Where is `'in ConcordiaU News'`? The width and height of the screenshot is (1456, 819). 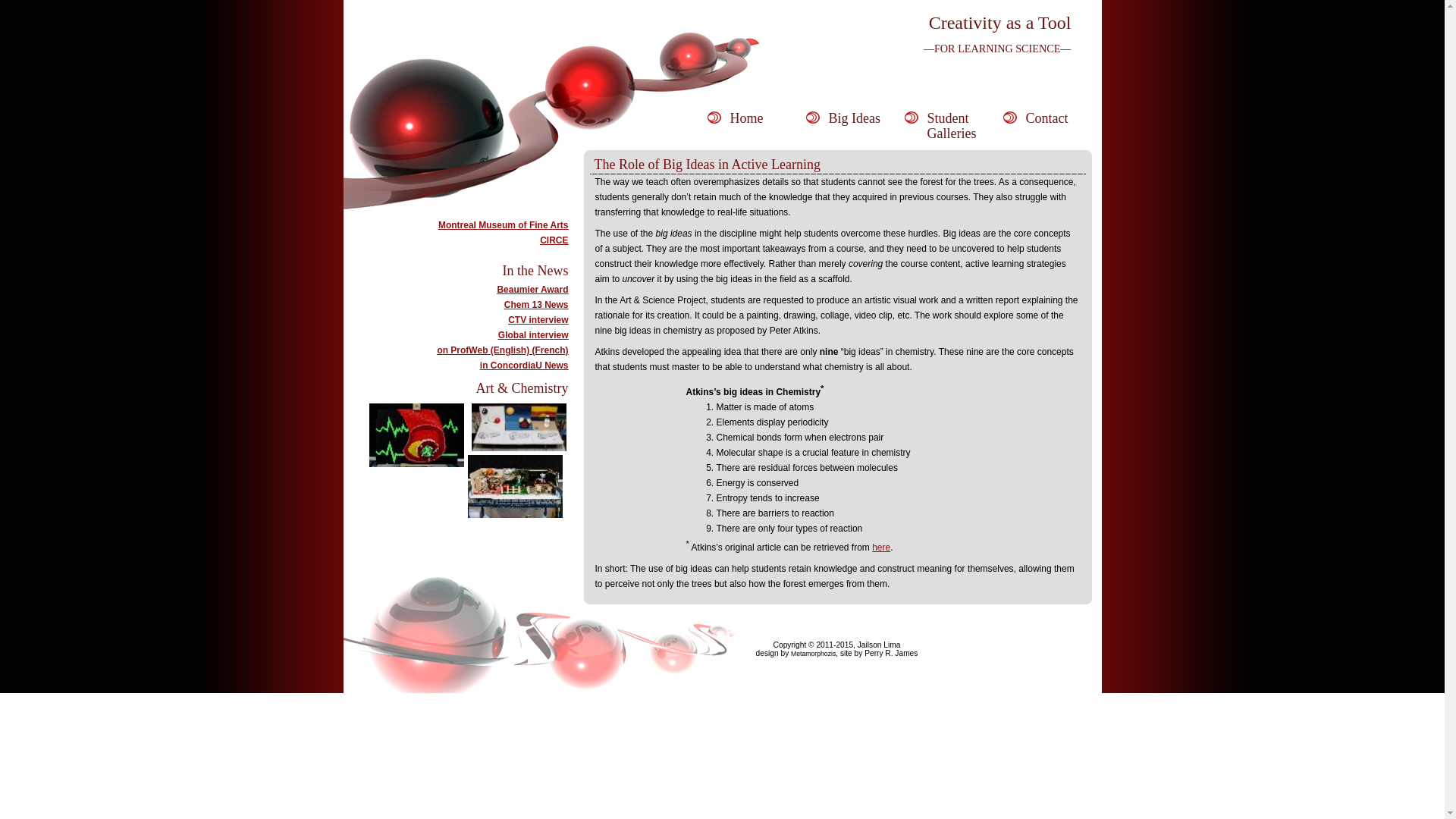 'in ConcordiaU News' is located at coordinates (524, 366).